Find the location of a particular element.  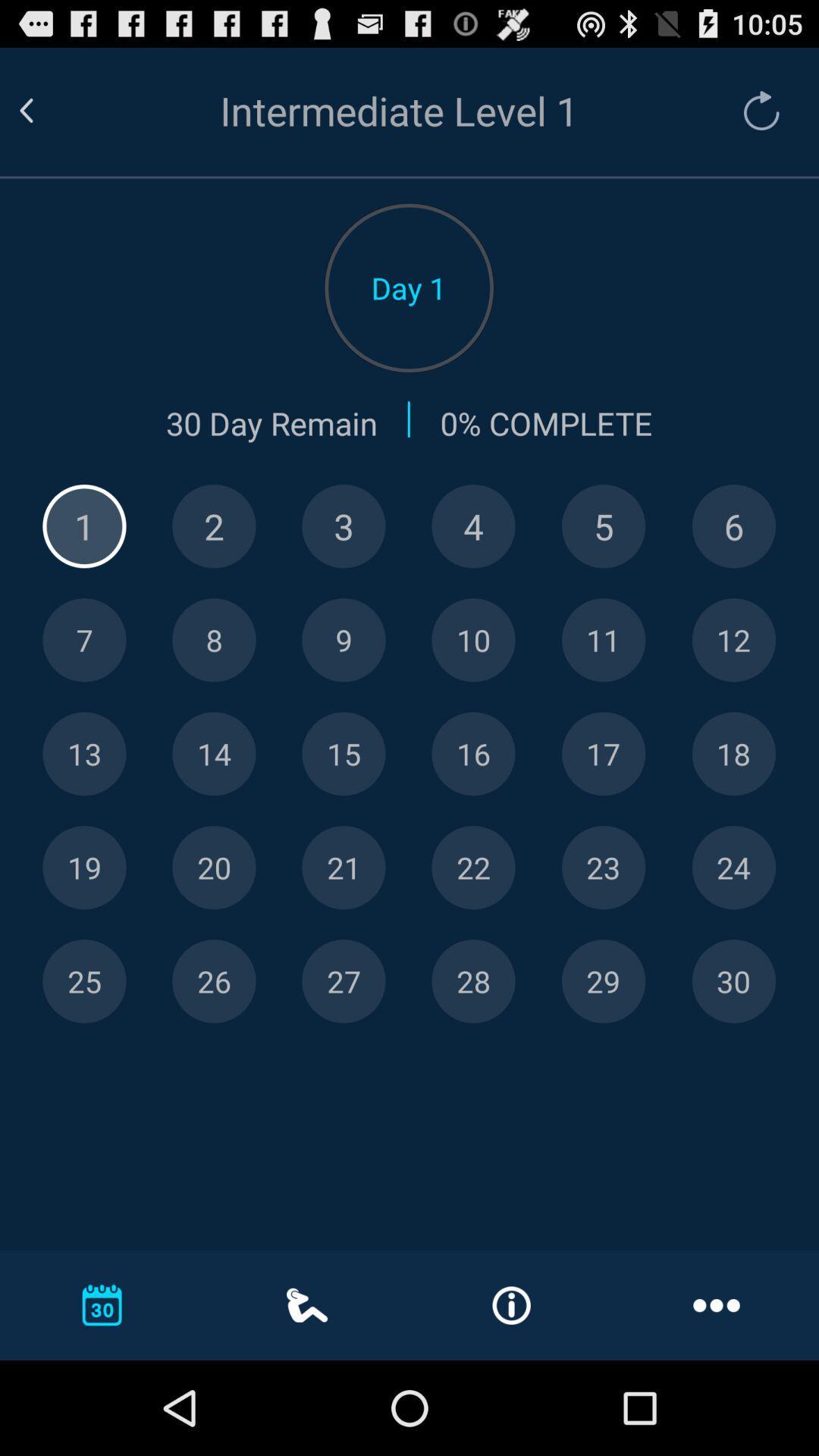

day 2 is located at coordinates (214, 526).